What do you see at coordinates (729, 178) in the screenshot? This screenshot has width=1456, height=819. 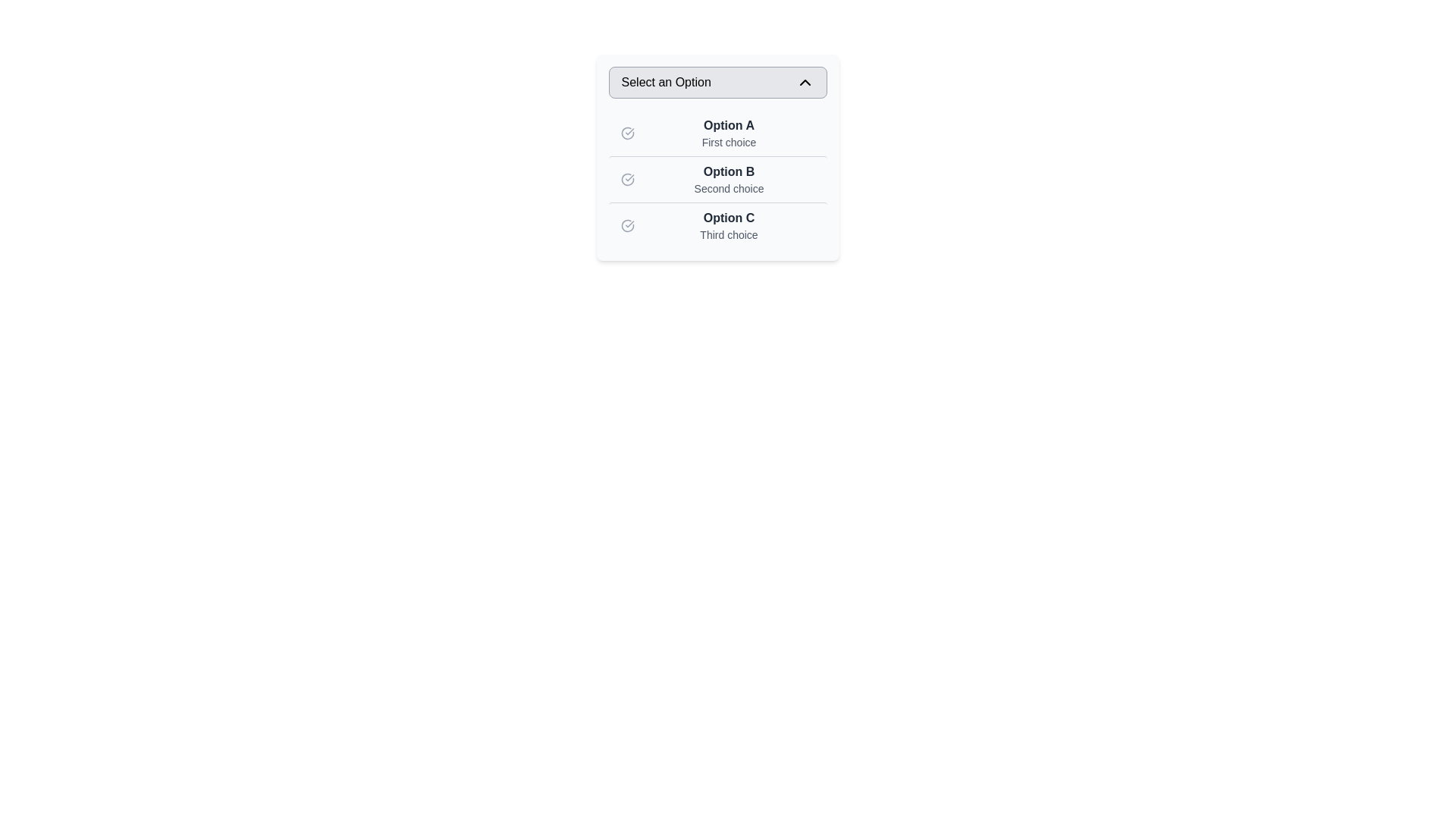 I see `the Selectable List Option labeled 'Option B' which is the second item in the dropdown menu below 'Select an Option'` at bounding box center [729, 178].